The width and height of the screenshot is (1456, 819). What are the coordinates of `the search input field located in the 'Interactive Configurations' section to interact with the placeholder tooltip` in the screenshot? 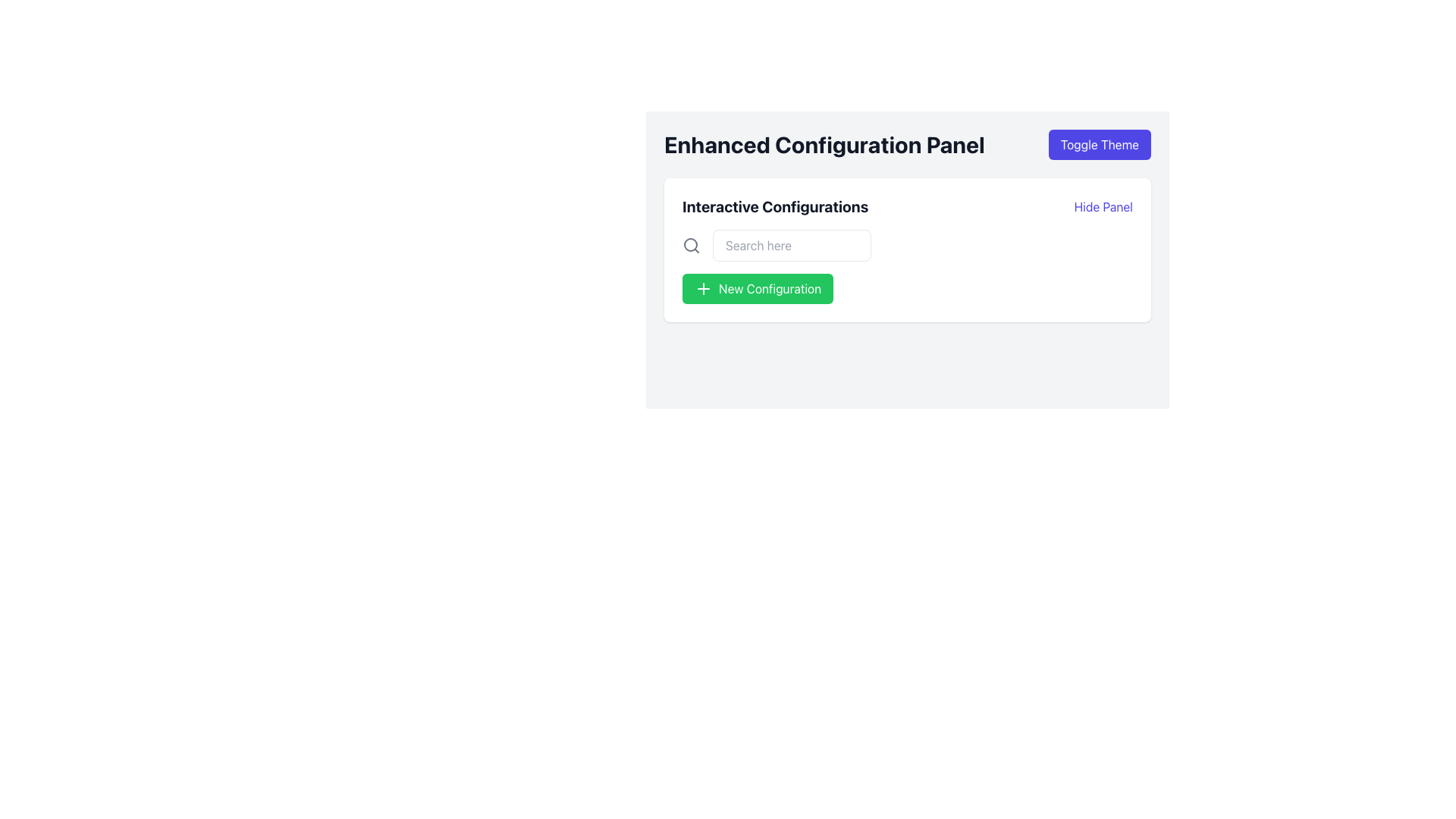 It's located at (791, 245).